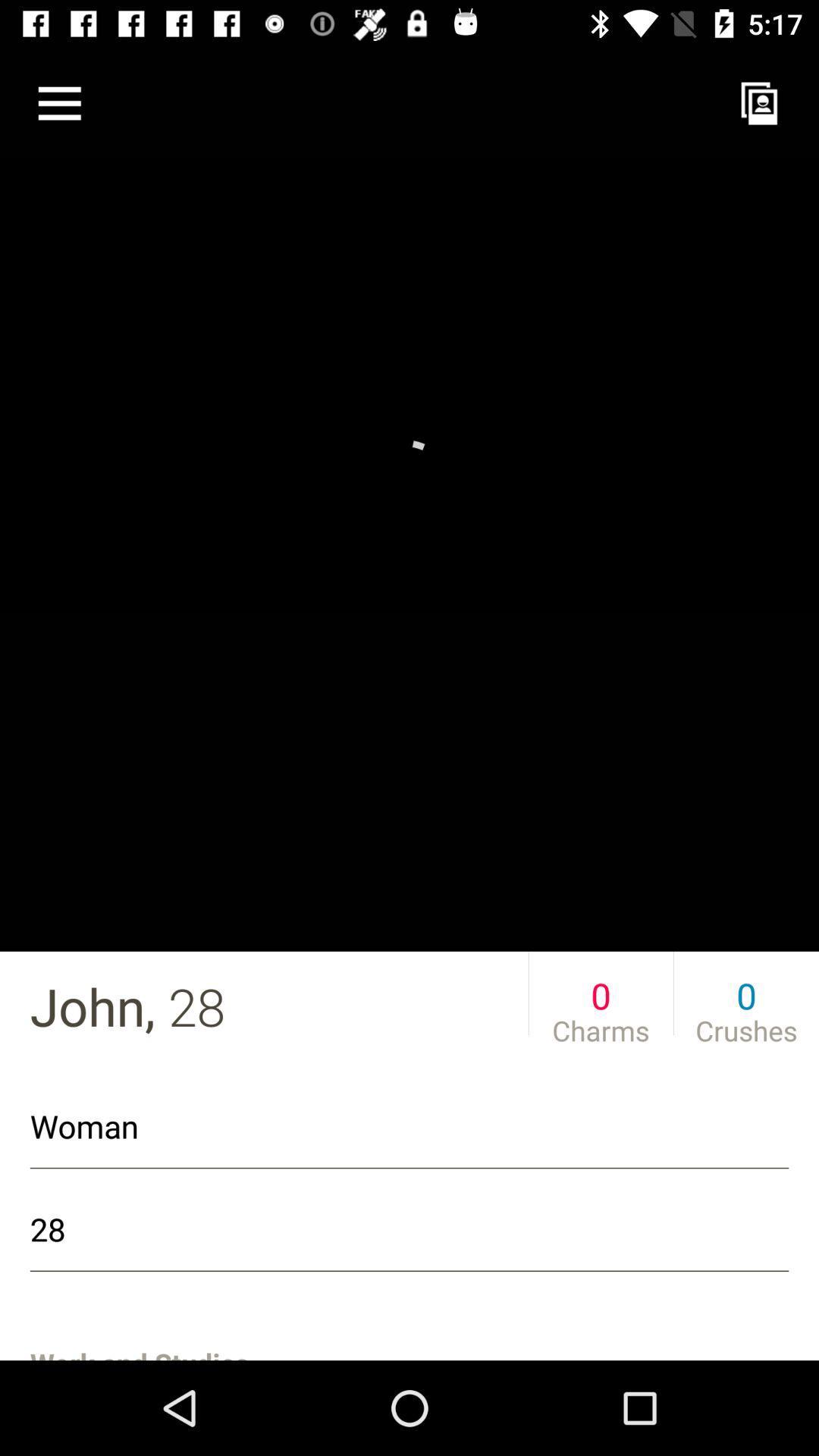  I want to click on the menu icon, so click(58, 102).